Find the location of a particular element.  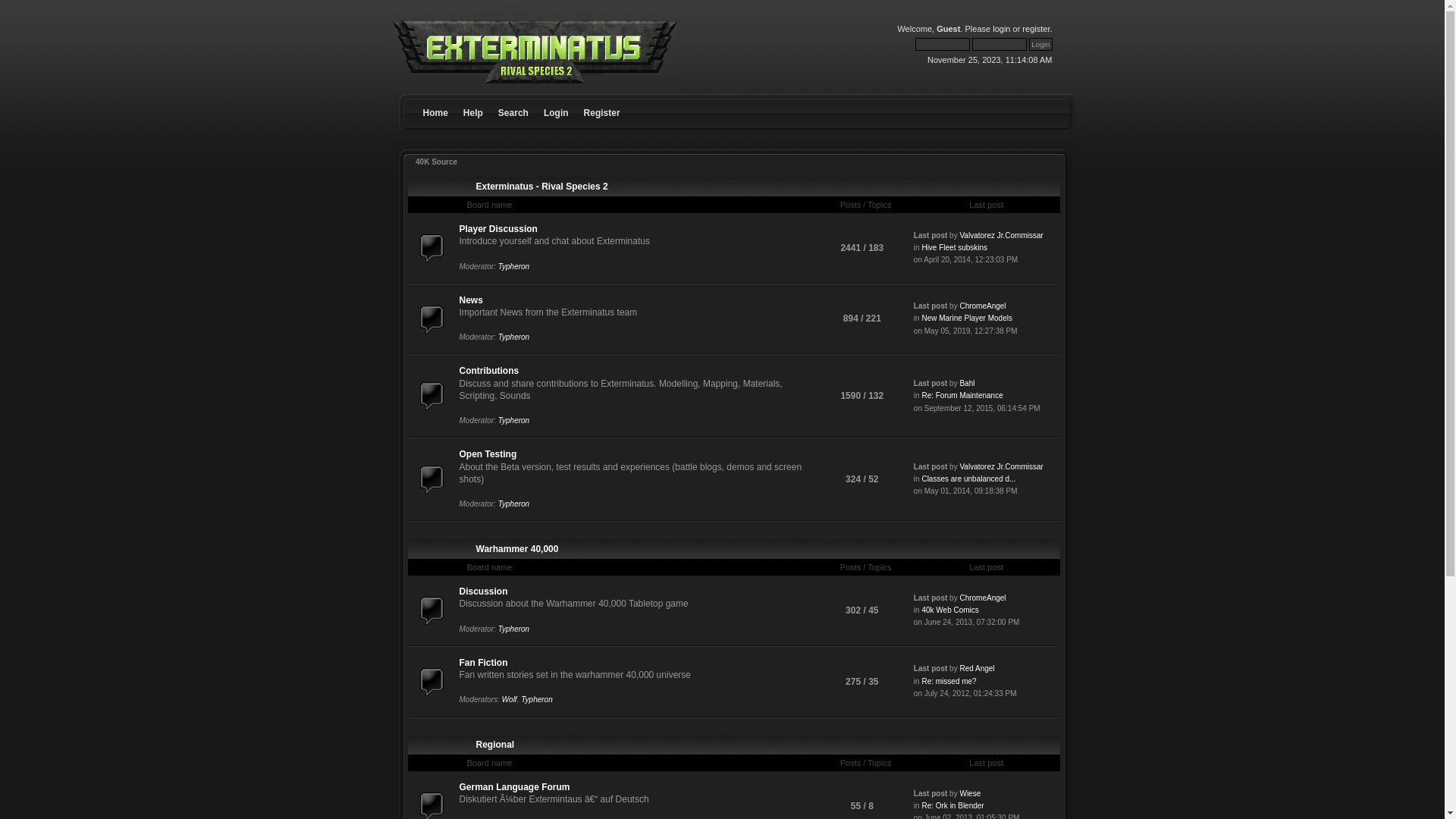

'Red Angel' is located at coordinates (976, 667).